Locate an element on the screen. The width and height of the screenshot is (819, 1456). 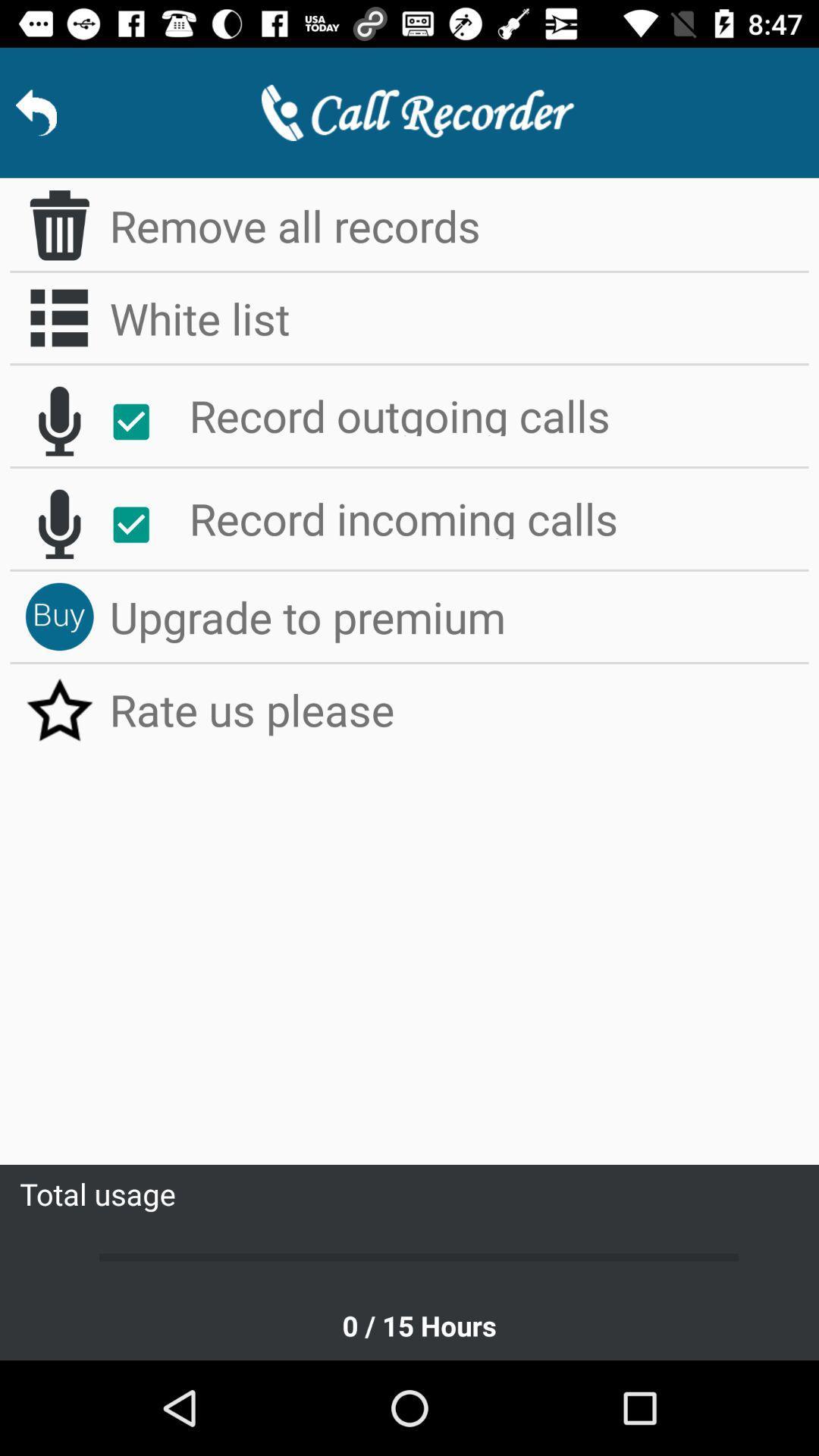
app to the left of remove all records is located at coordinates (58, 224).